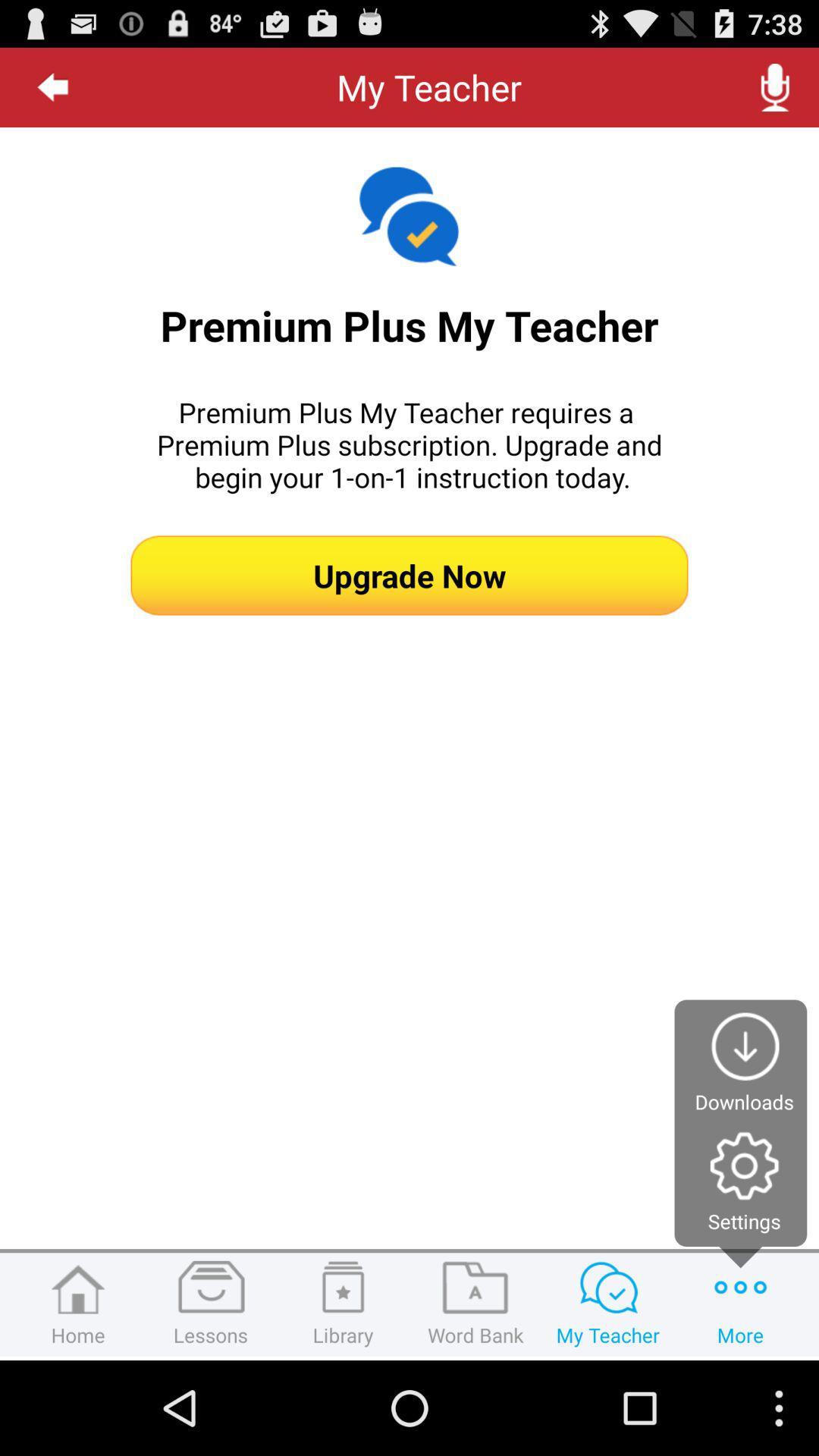 The image size is (819, 1456). I want to click on the icon next to my teacher icon, so click(52, 86).